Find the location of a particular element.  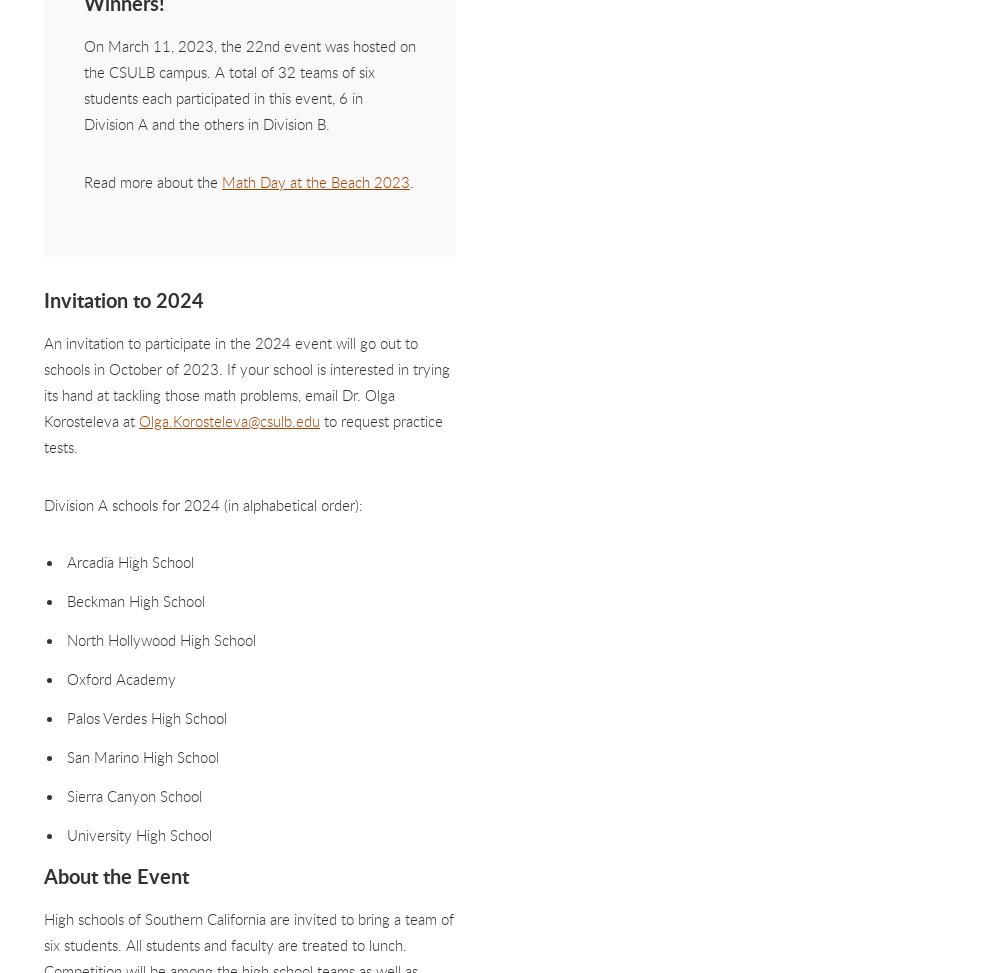

'Beckman High School' is located at coordinates (66, 599).